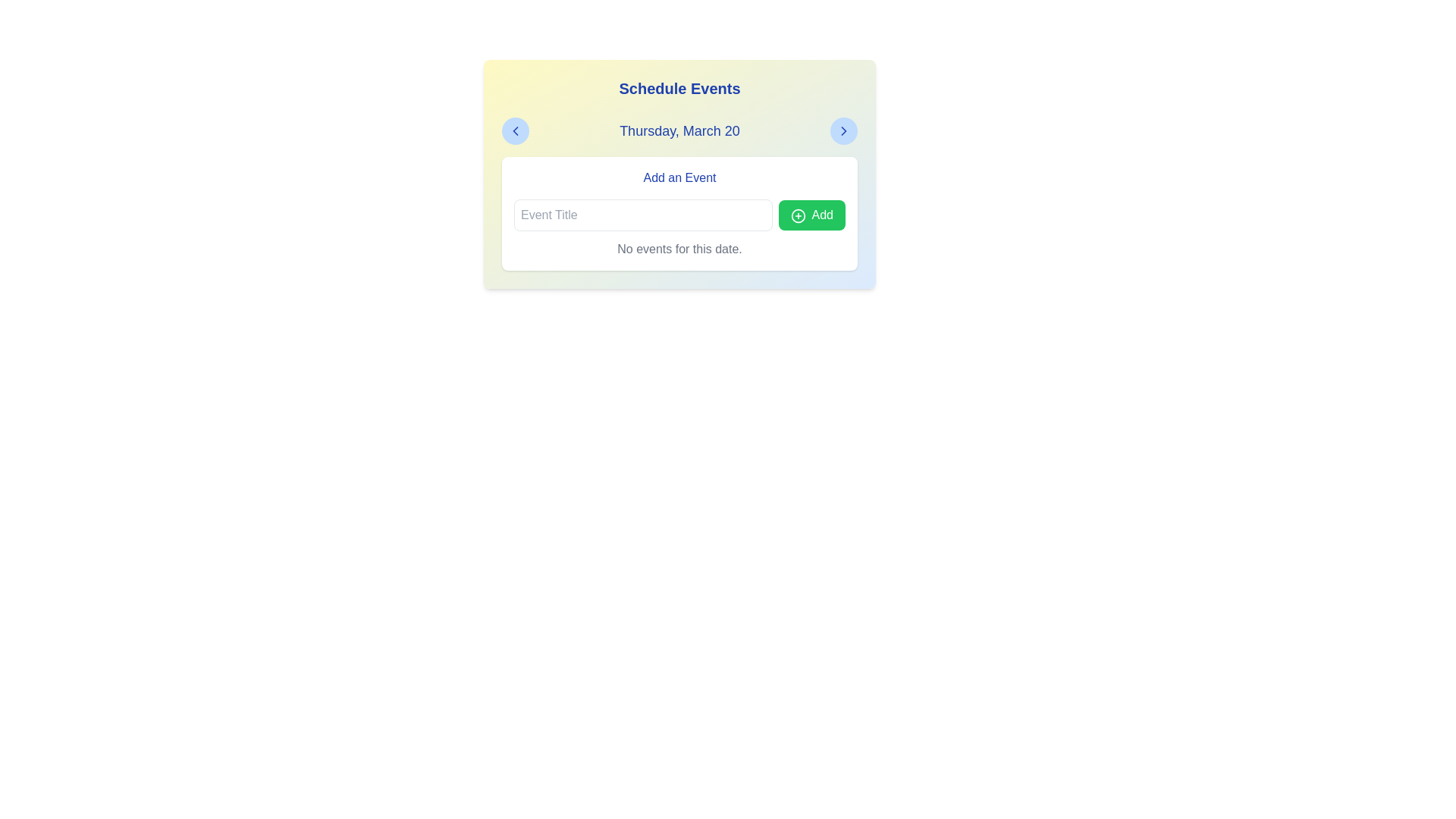 This screenshot has height=819, width=1456. Describe the element at coordinates (679, 248) in the screenshot. I see `the status message text label indicating no scheduled events, located below the 'Add' button` at that location.